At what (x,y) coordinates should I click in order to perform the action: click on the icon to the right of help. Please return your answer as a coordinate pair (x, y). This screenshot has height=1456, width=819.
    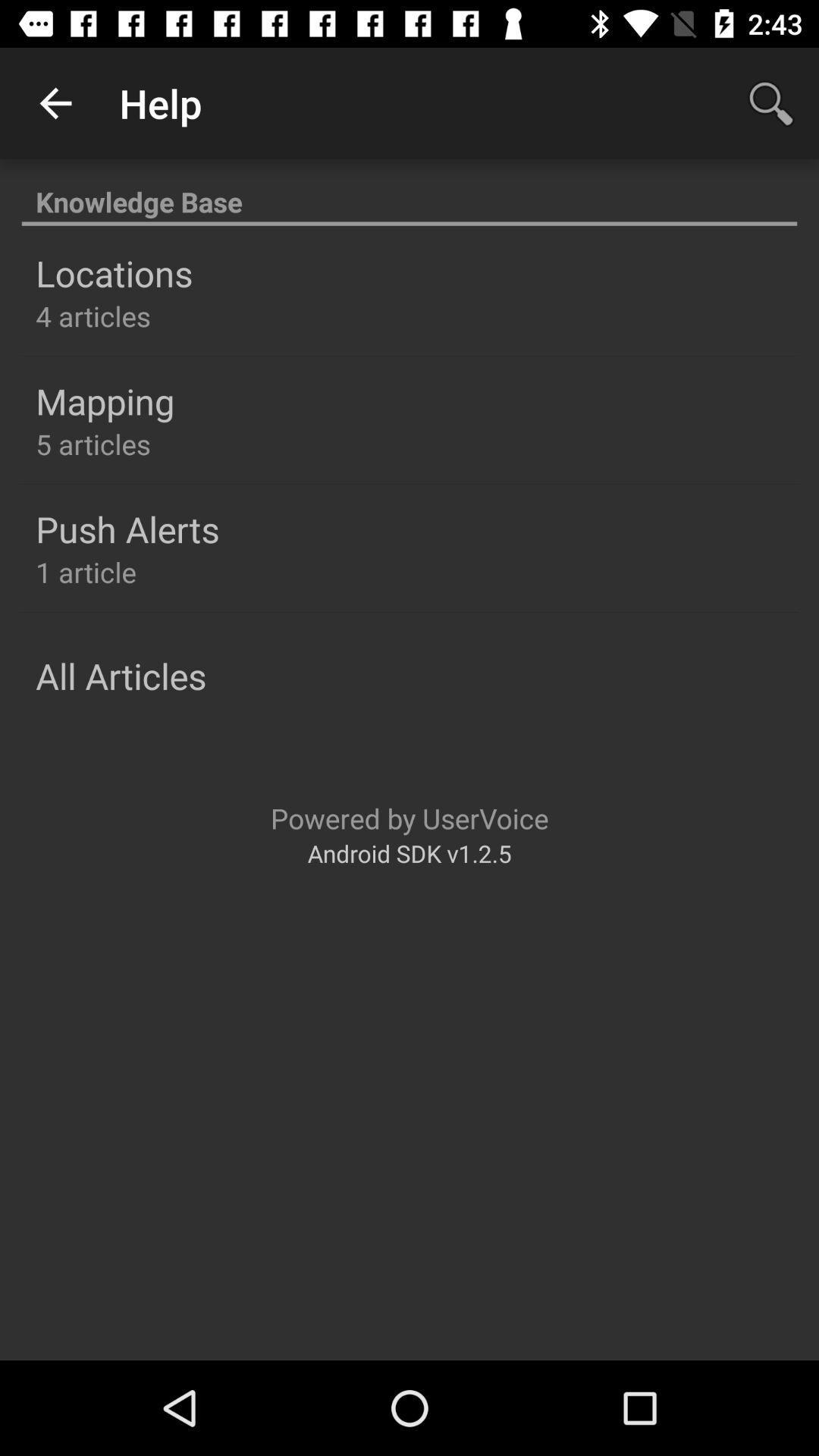
    Looking at the image, I should click on (771, 102).